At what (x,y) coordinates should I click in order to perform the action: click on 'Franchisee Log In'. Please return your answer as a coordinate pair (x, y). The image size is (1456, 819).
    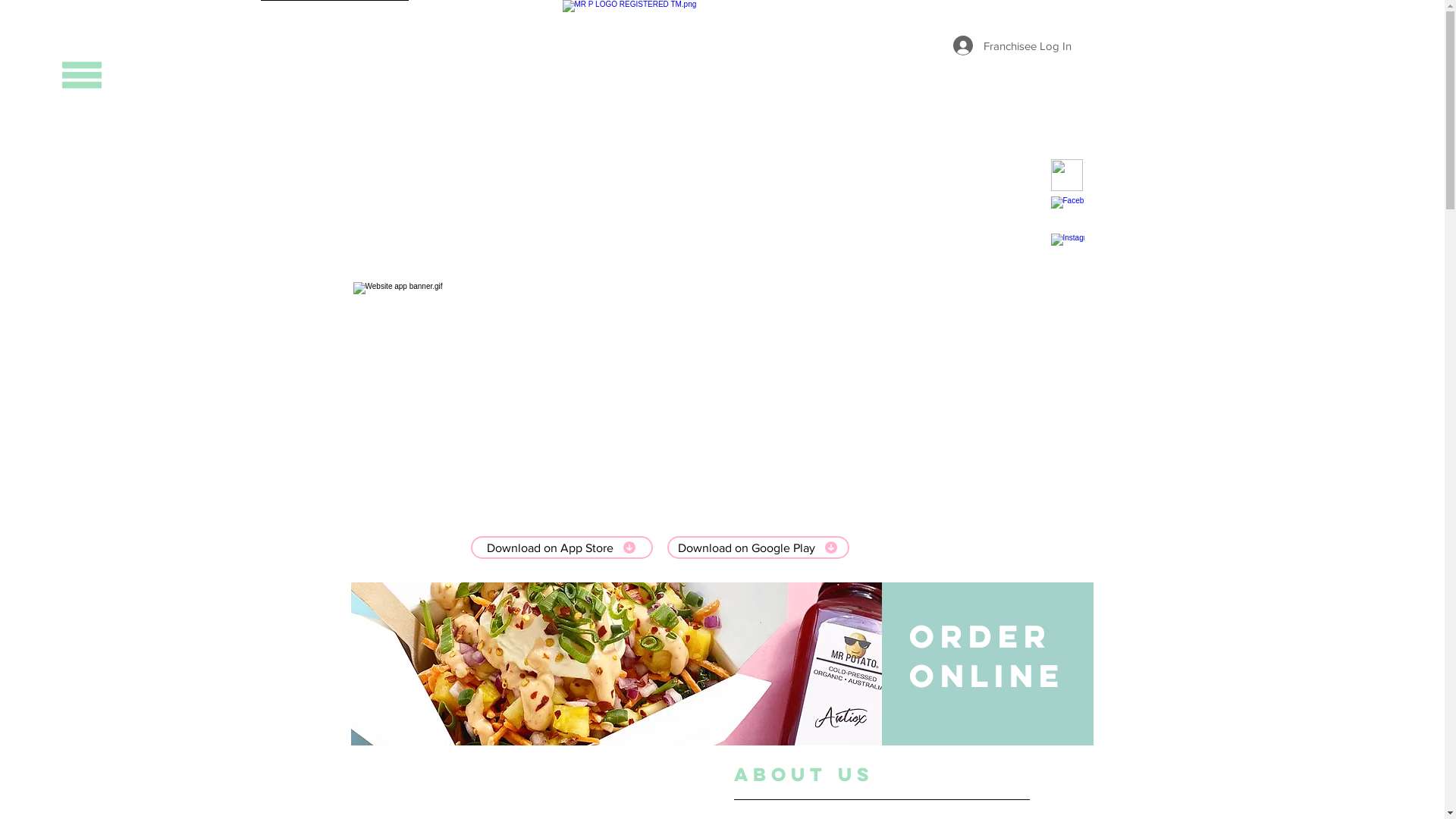
    Looking at the image, I should click on (941, 45).